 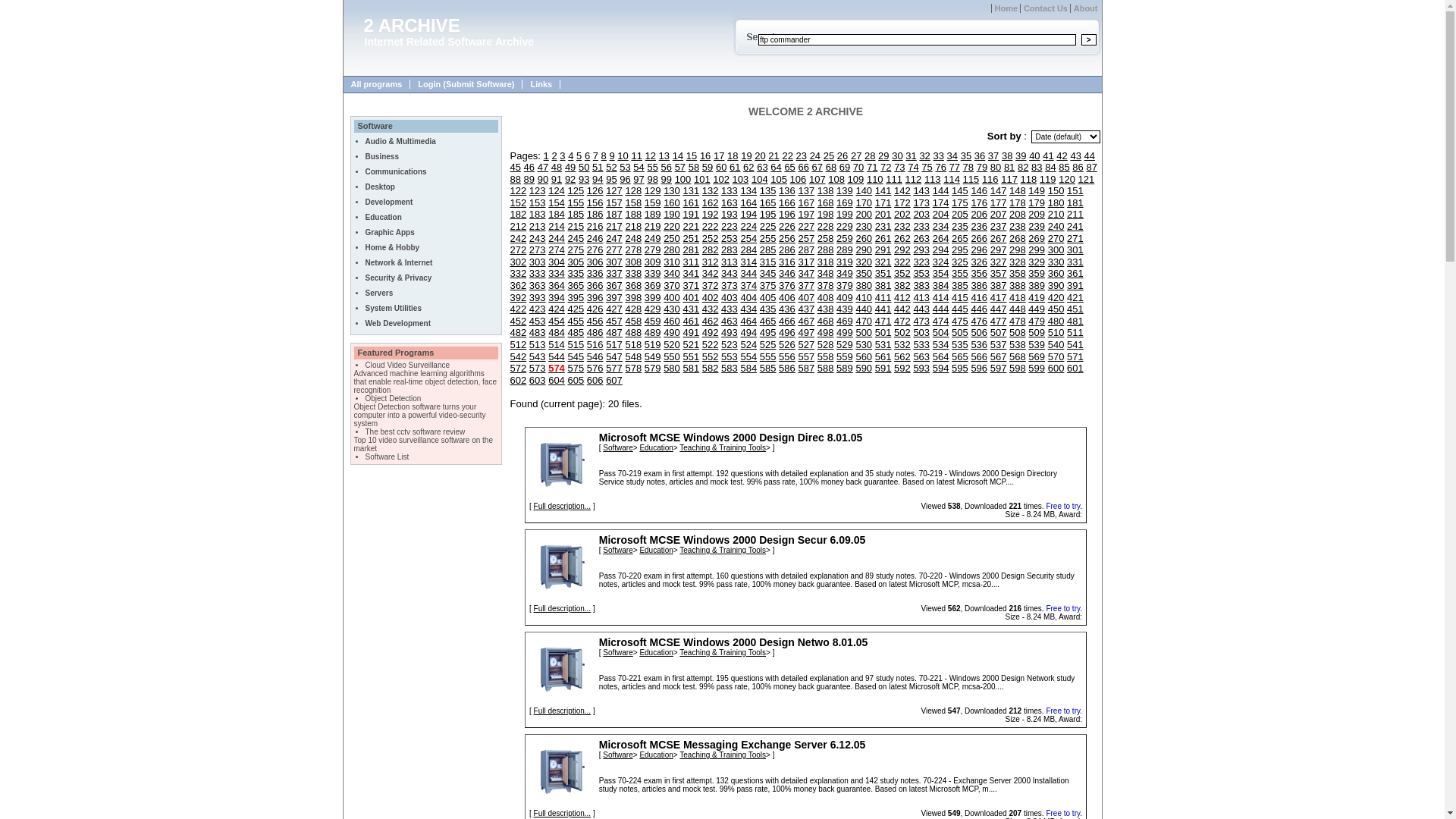 What do you see at coordinates (940, 226) in the screenshot?
I see `'234'` at bounding box center [940, 226].